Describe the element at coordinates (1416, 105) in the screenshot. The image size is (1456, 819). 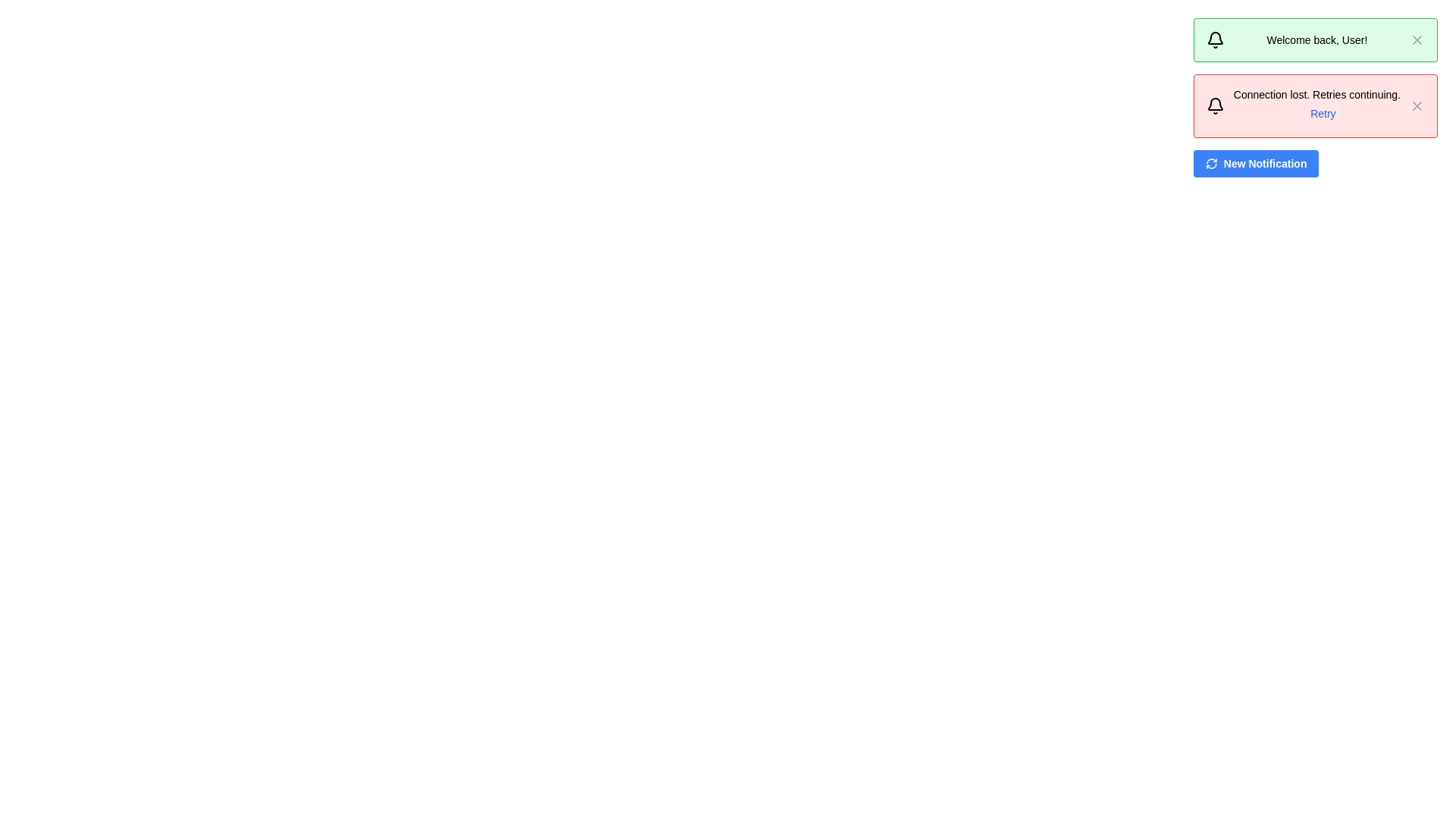
I see `the Close icon, which is a diagonal cross SVG element located at the top-right corner of the green notification banner labeled 'Welcome back, User!'` at that location.